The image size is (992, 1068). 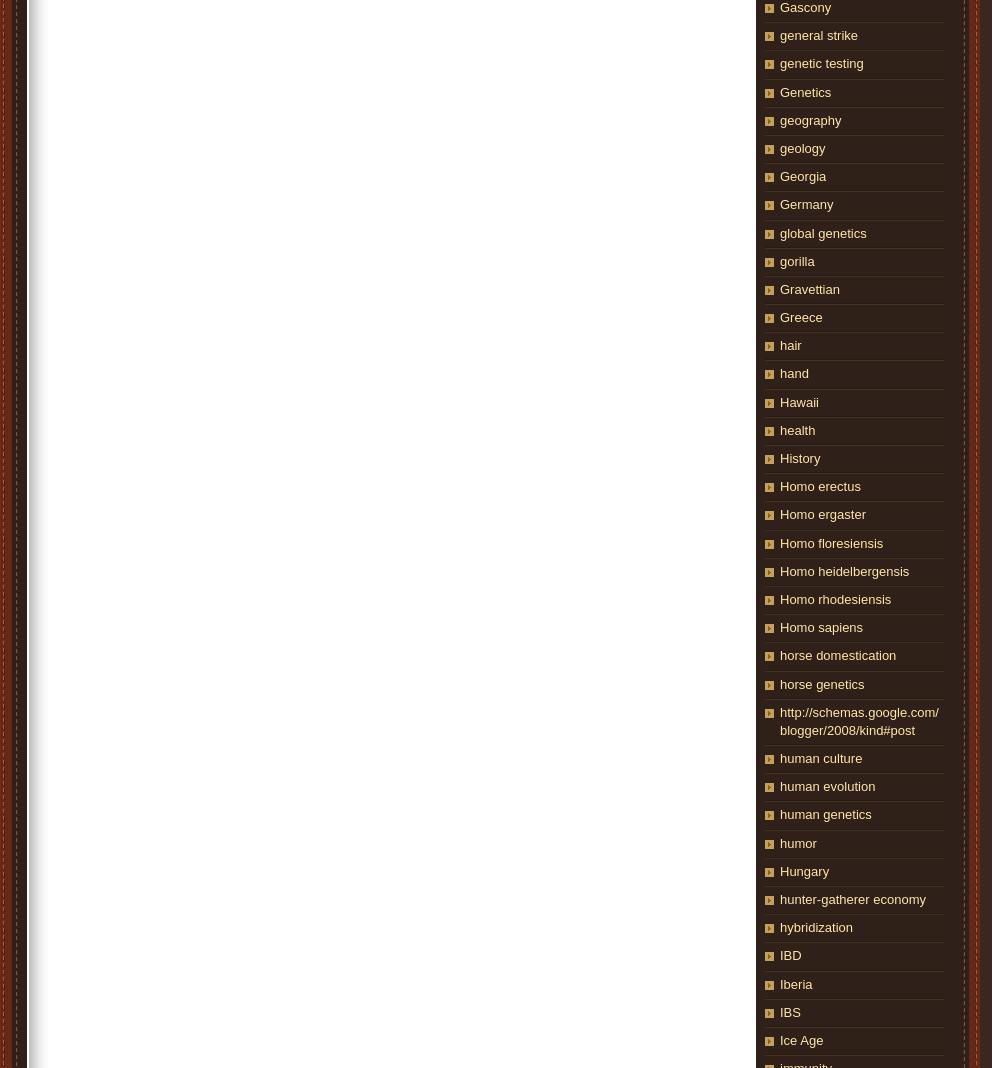 I want to click on 'Hawaii', so click(x=799, y=400).